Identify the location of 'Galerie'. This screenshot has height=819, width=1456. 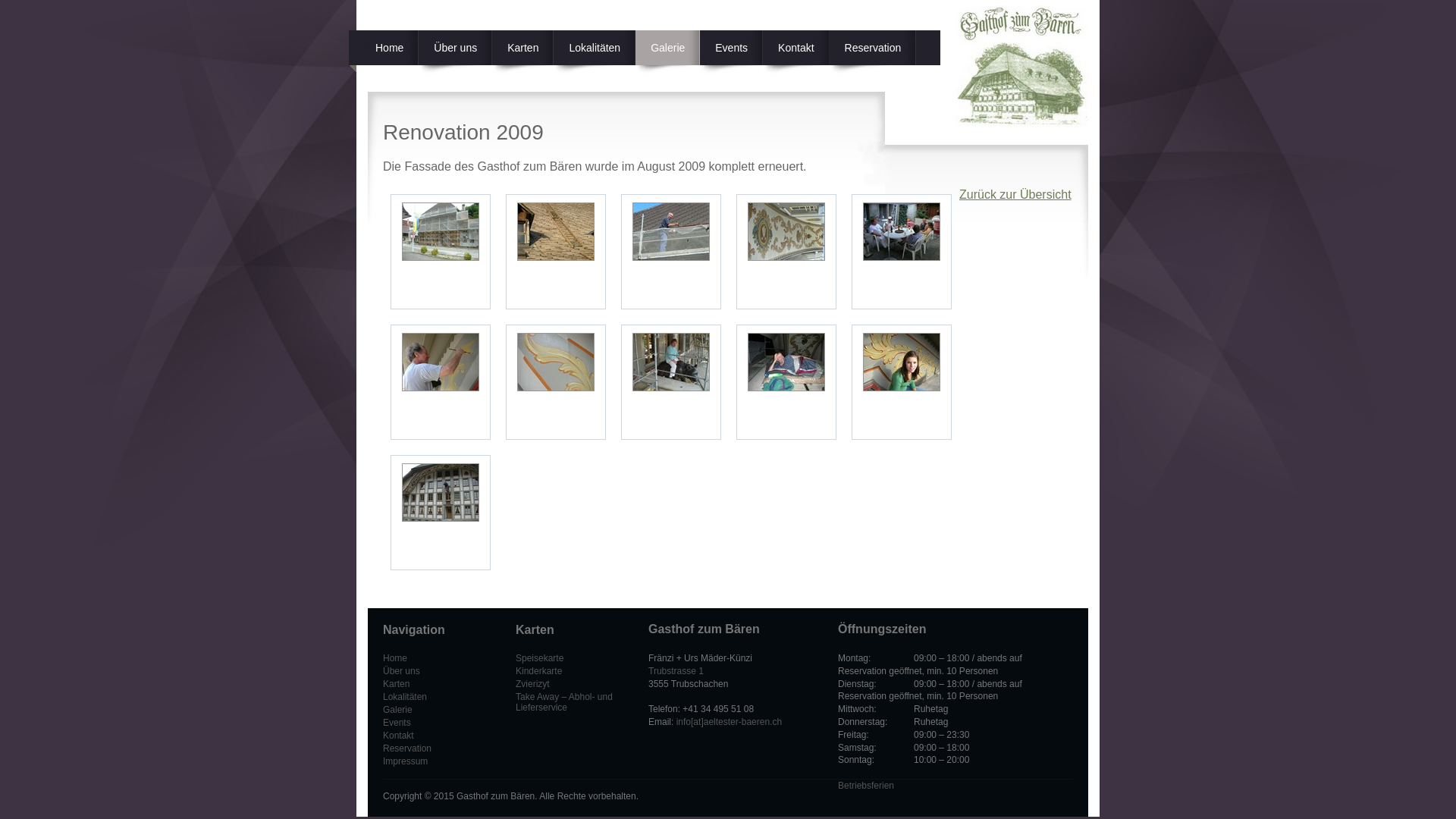
(667, 52).